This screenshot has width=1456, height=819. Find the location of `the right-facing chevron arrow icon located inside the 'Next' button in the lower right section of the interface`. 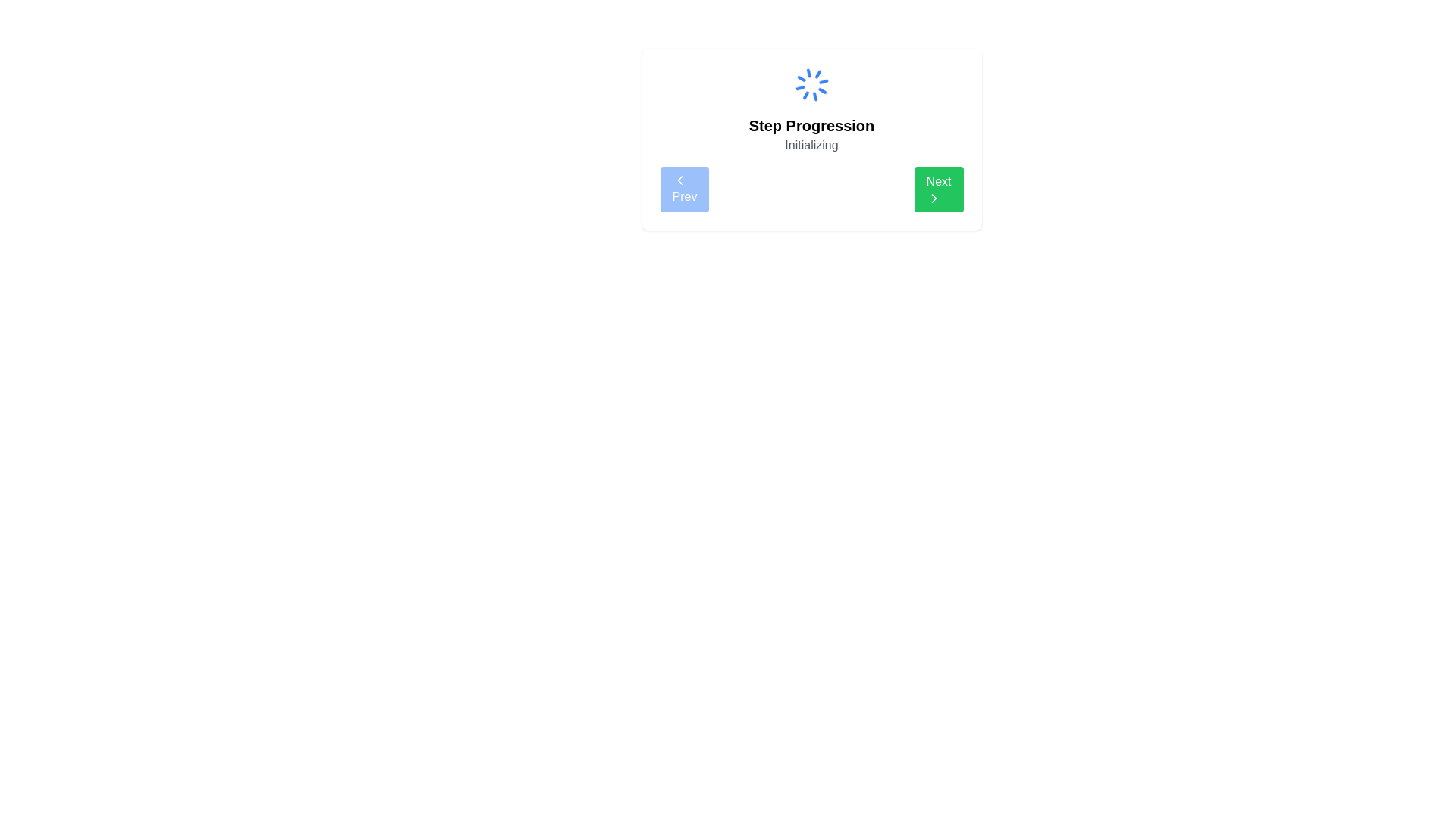

the right-facing chevron arrow icon located inside the 'Next' button in the lower right section of the interface is located at coordinates (933, 198).